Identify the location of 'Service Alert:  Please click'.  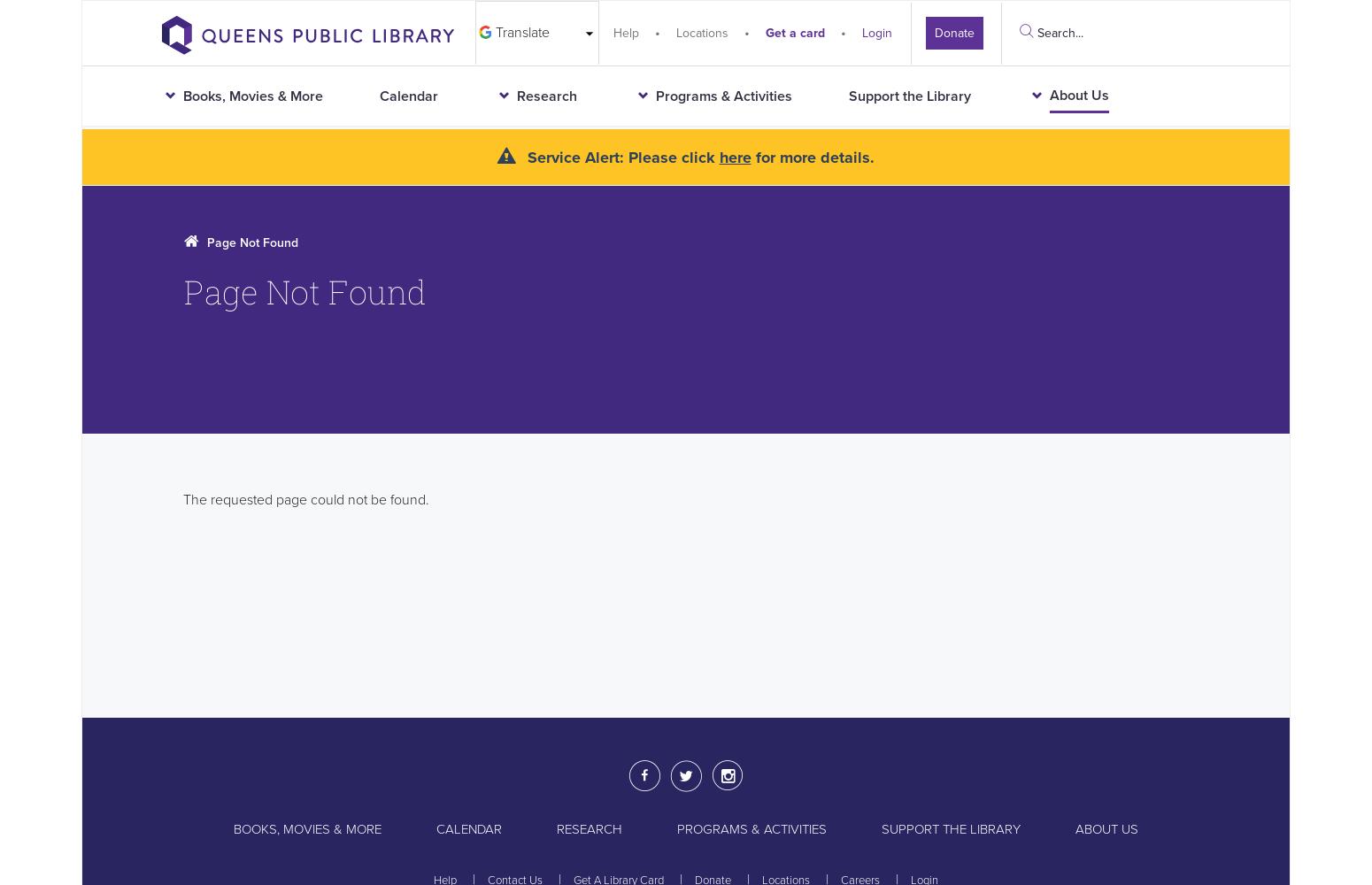
(620, 158).